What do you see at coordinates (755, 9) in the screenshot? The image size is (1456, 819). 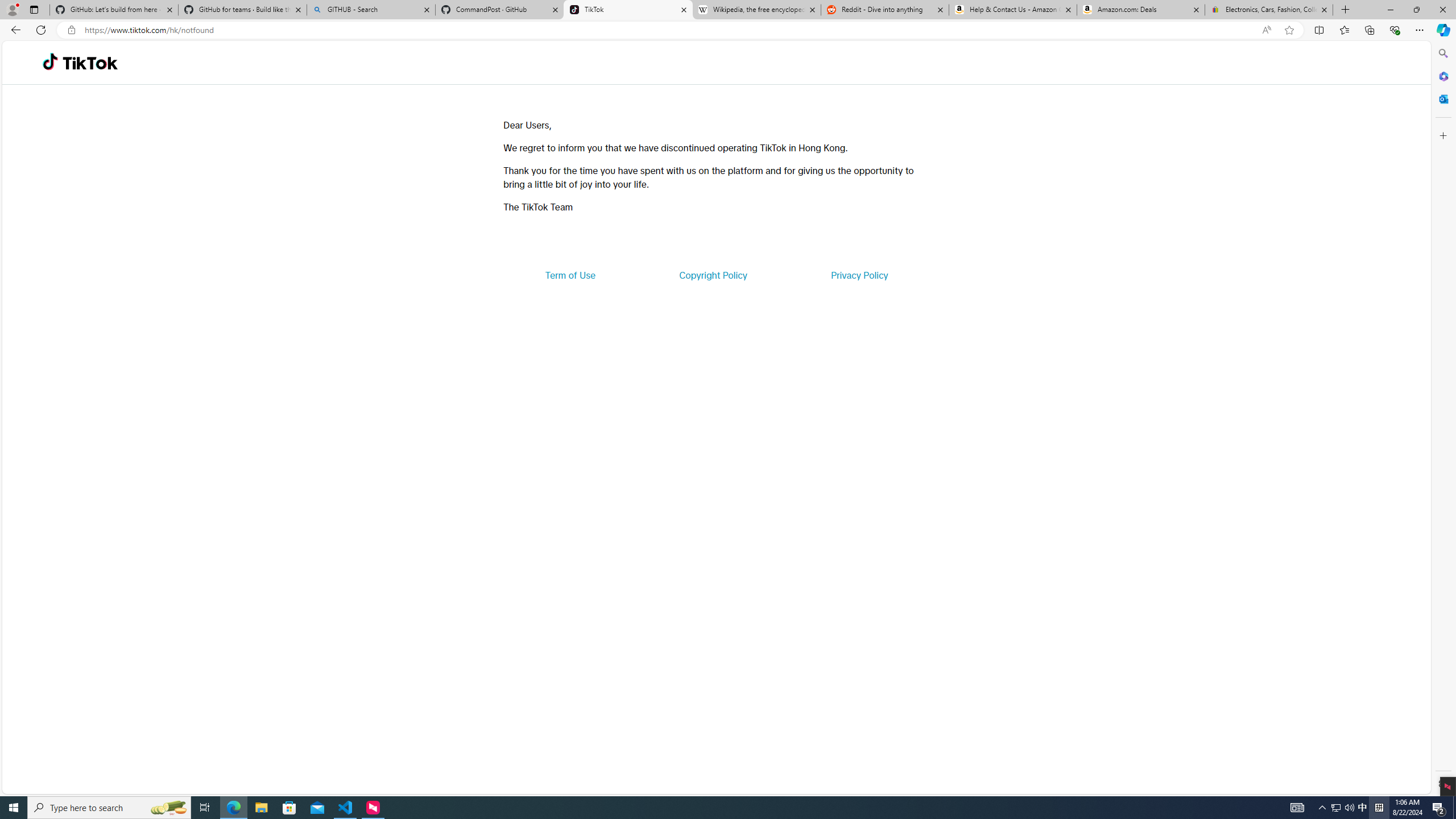 I see `'Wikipedia, the free encyclopedia'` at bounding box center [755, 9].